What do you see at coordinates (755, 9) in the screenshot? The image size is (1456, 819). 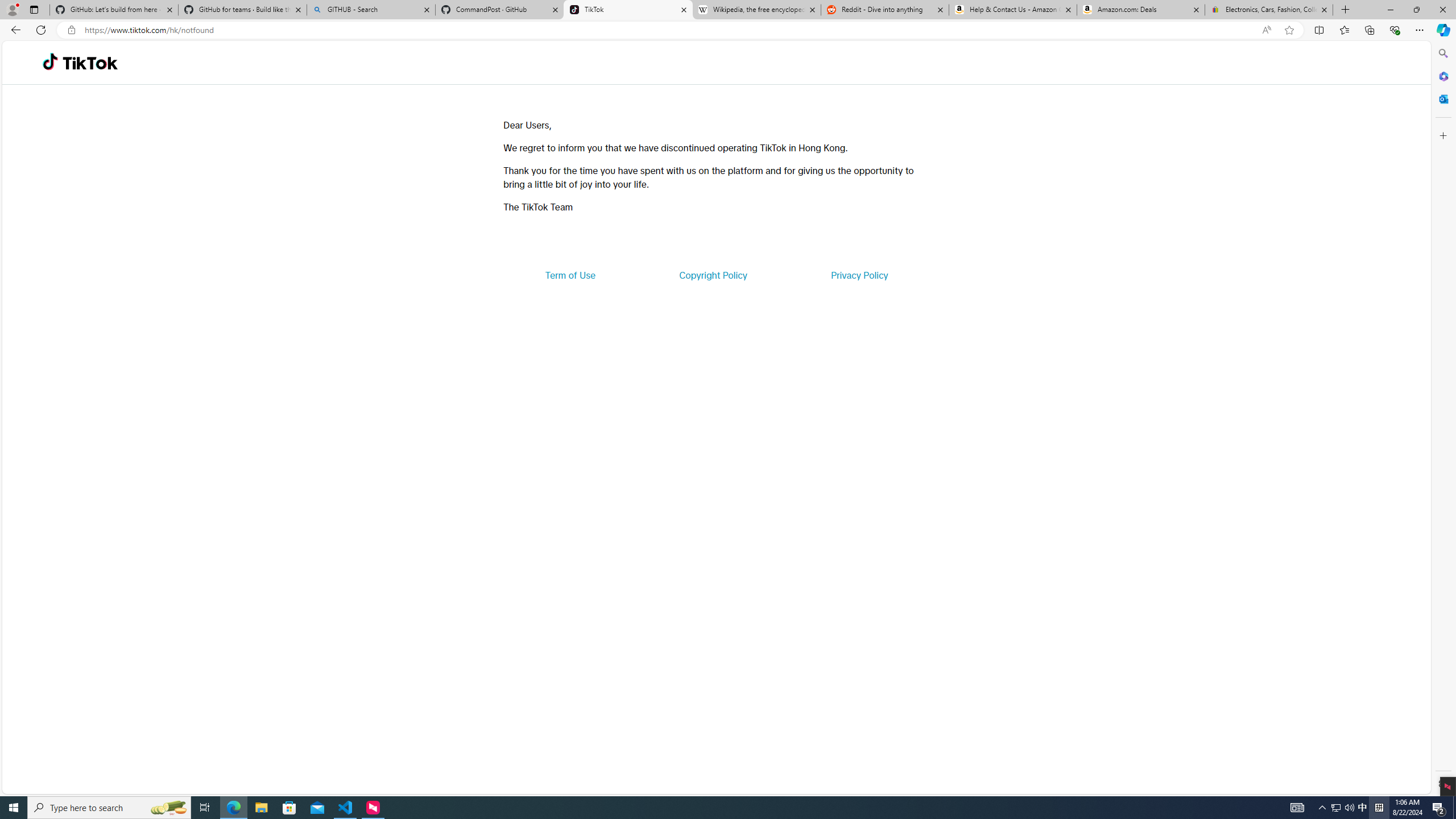 I see `'Wikipedia, the free encyclopedia'` at bounding box center [755, 9].